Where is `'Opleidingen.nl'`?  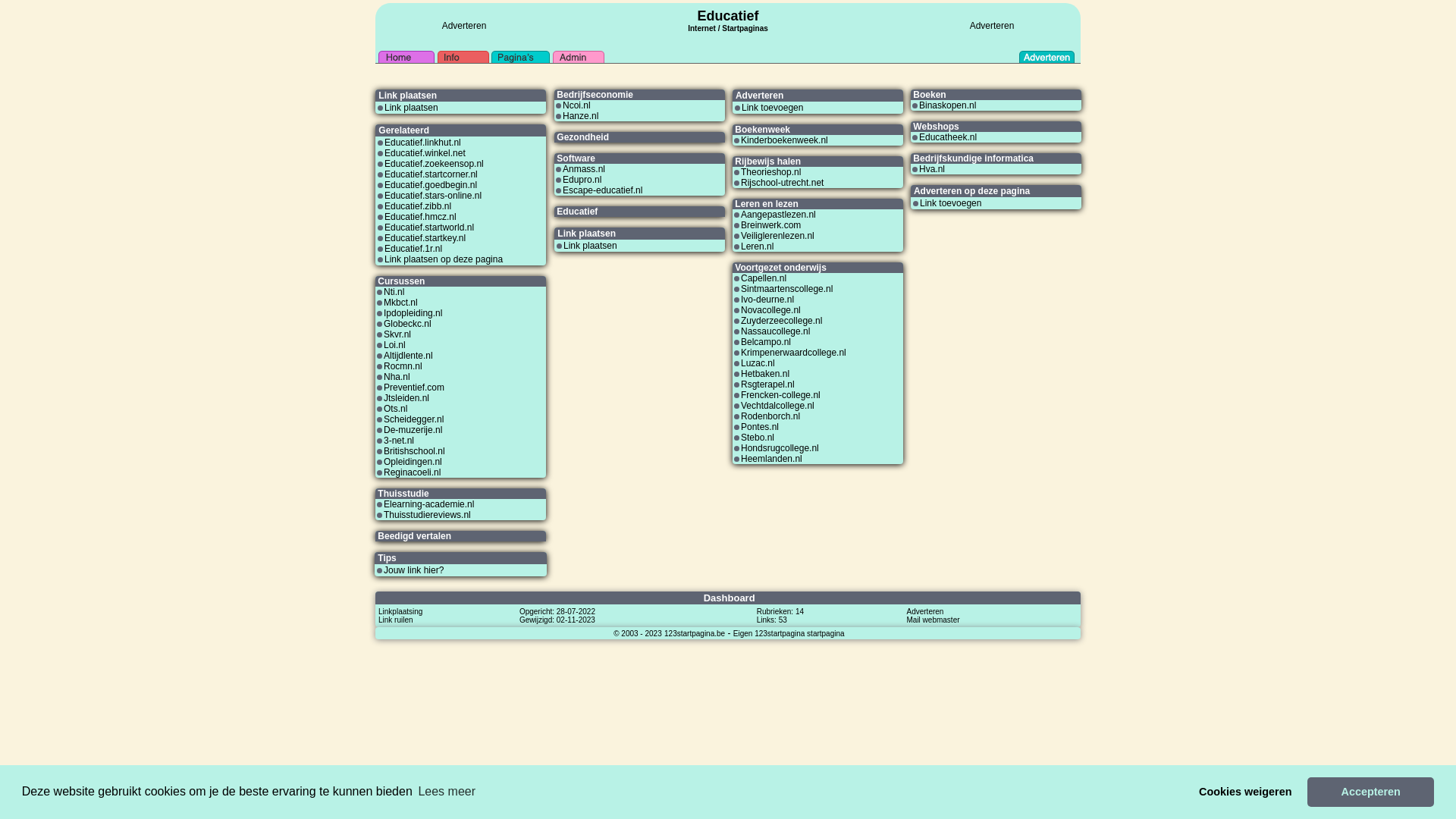
'Opleidingen.nl' is located at coordinates (413, 461).